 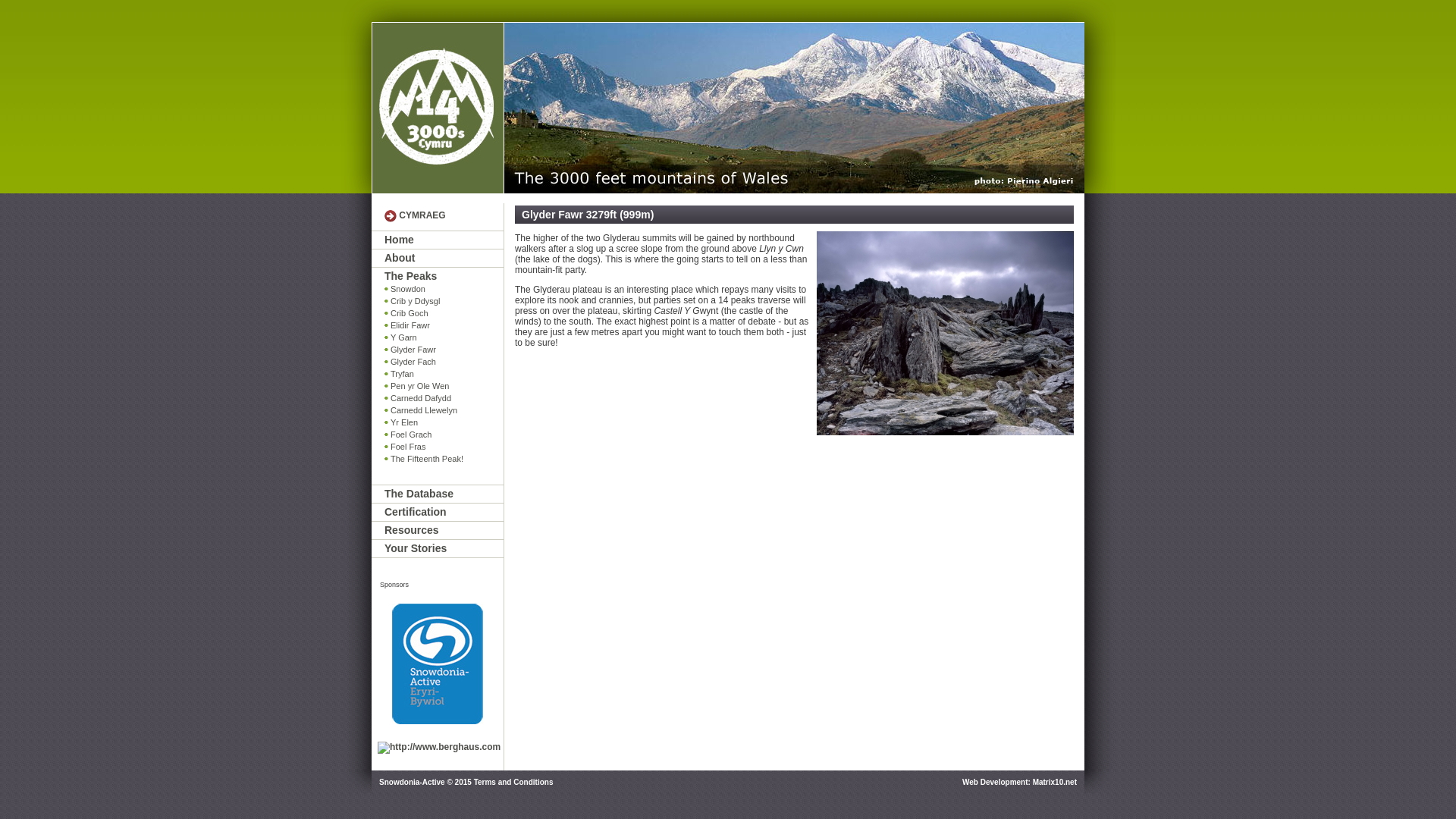 What do you see at coordinates (422, 215) in the screenshot?
I see `'CYMRAEG'` at bounding box center [422, 215].